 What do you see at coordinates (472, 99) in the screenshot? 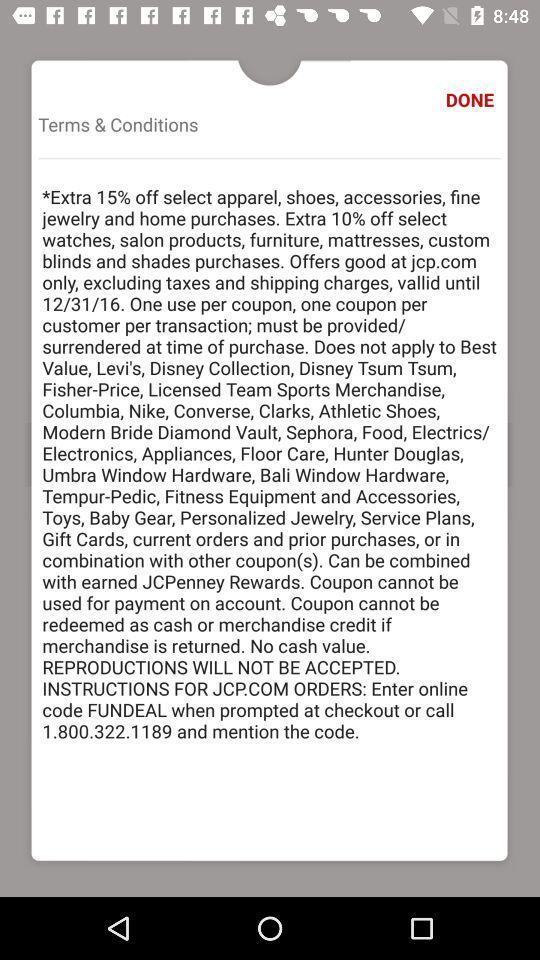
I see `item at the top right corner` at bounding box center [472, 99].